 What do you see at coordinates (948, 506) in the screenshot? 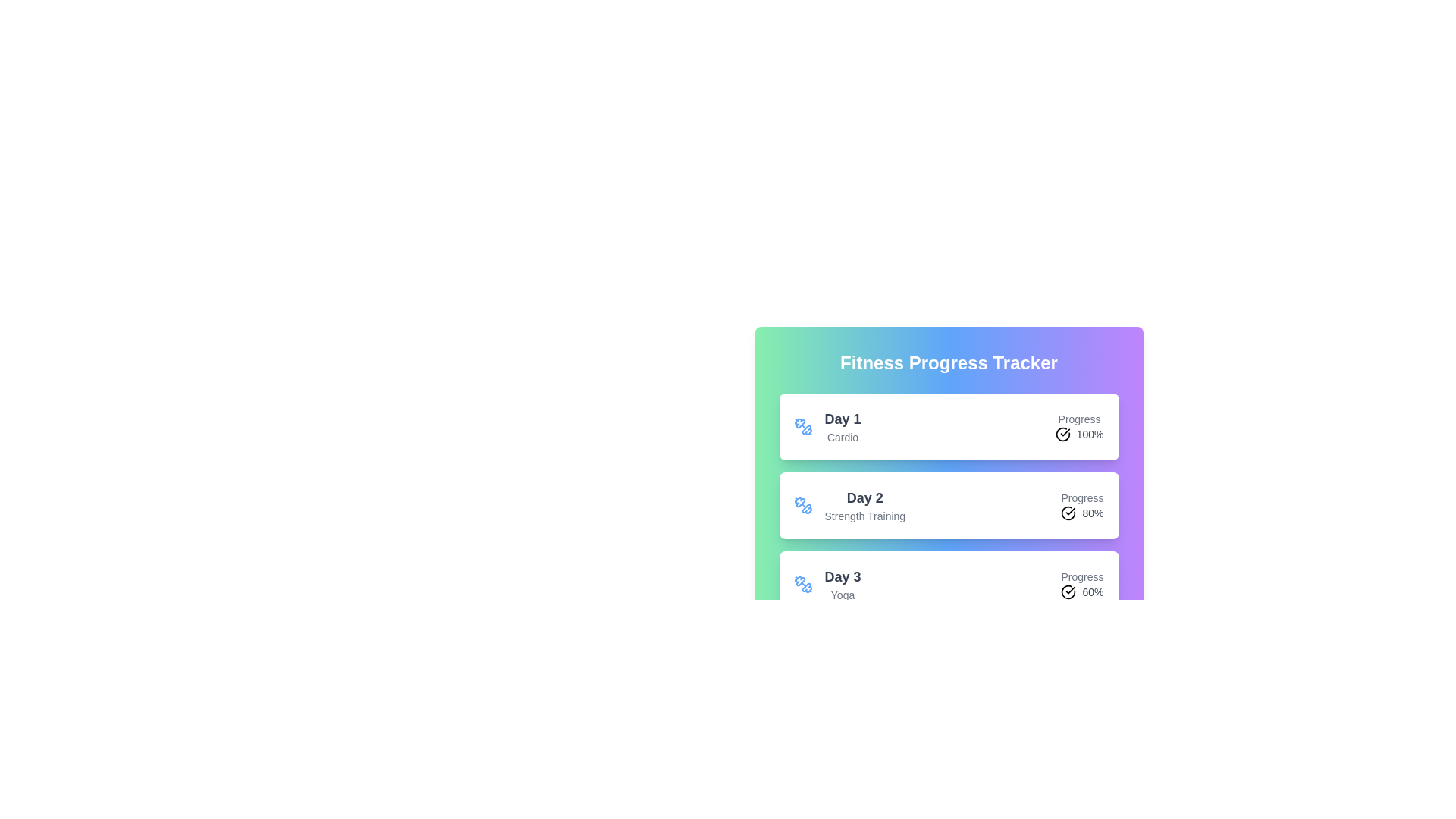
I see `the workout item for Day 2` at bounding box center [948, 506].